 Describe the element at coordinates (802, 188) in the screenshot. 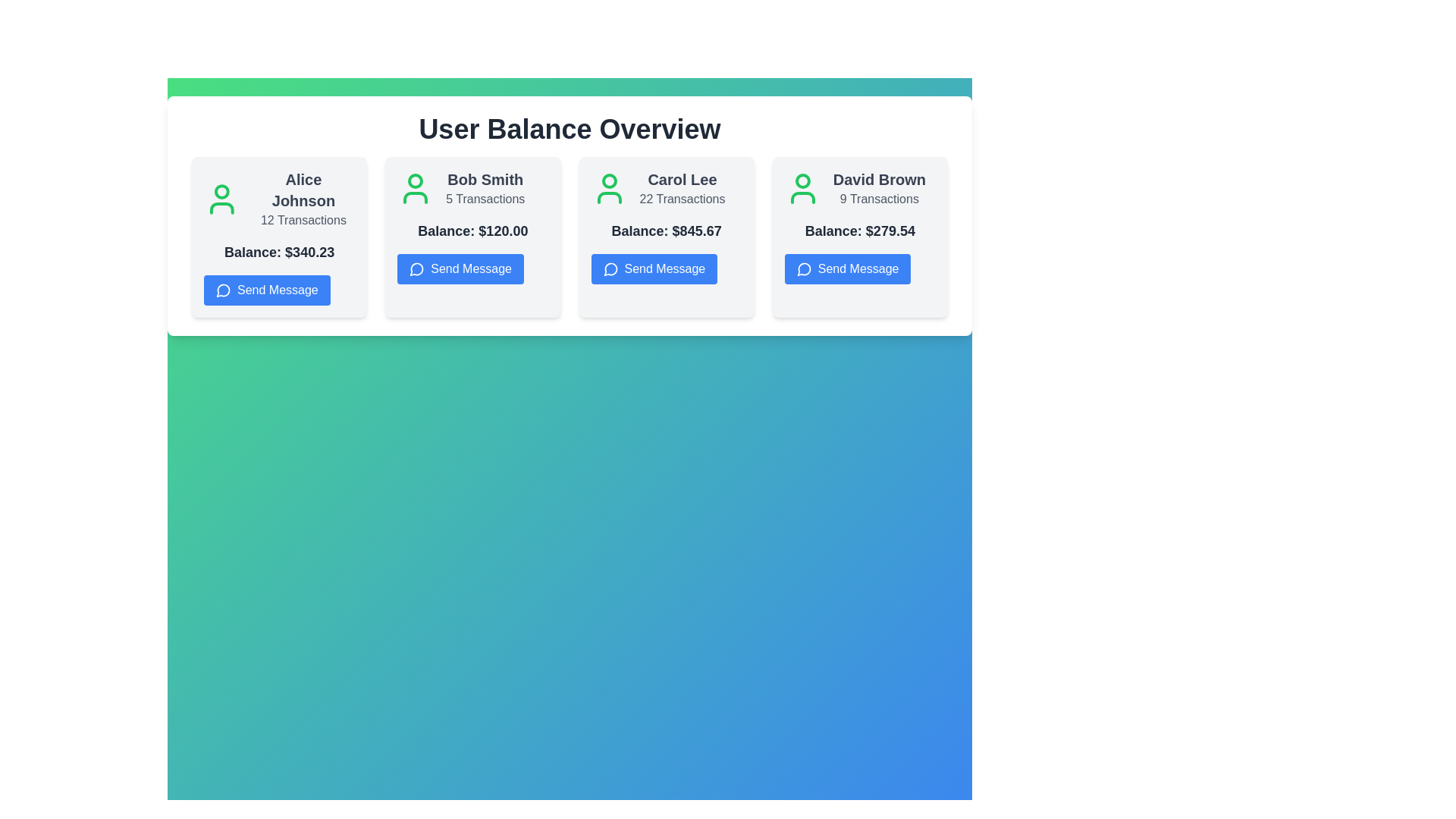

I see `the user avatar icon, which is a green outlined generic human figure located at the top-left corner of the 'David Brown' card` at that location.